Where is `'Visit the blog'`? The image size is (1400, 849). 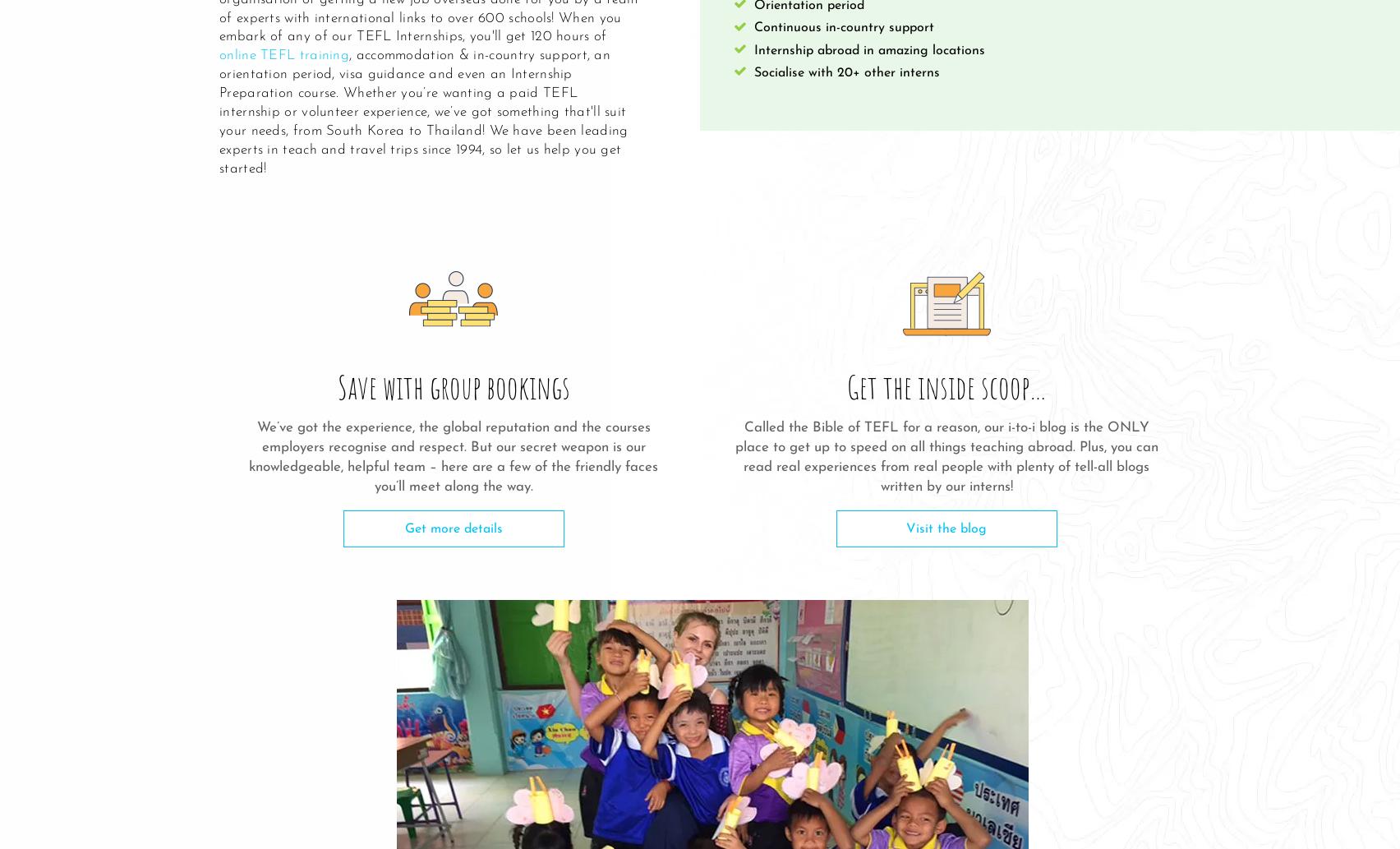 'Visit the blog' is located at coordinates (905, 528).